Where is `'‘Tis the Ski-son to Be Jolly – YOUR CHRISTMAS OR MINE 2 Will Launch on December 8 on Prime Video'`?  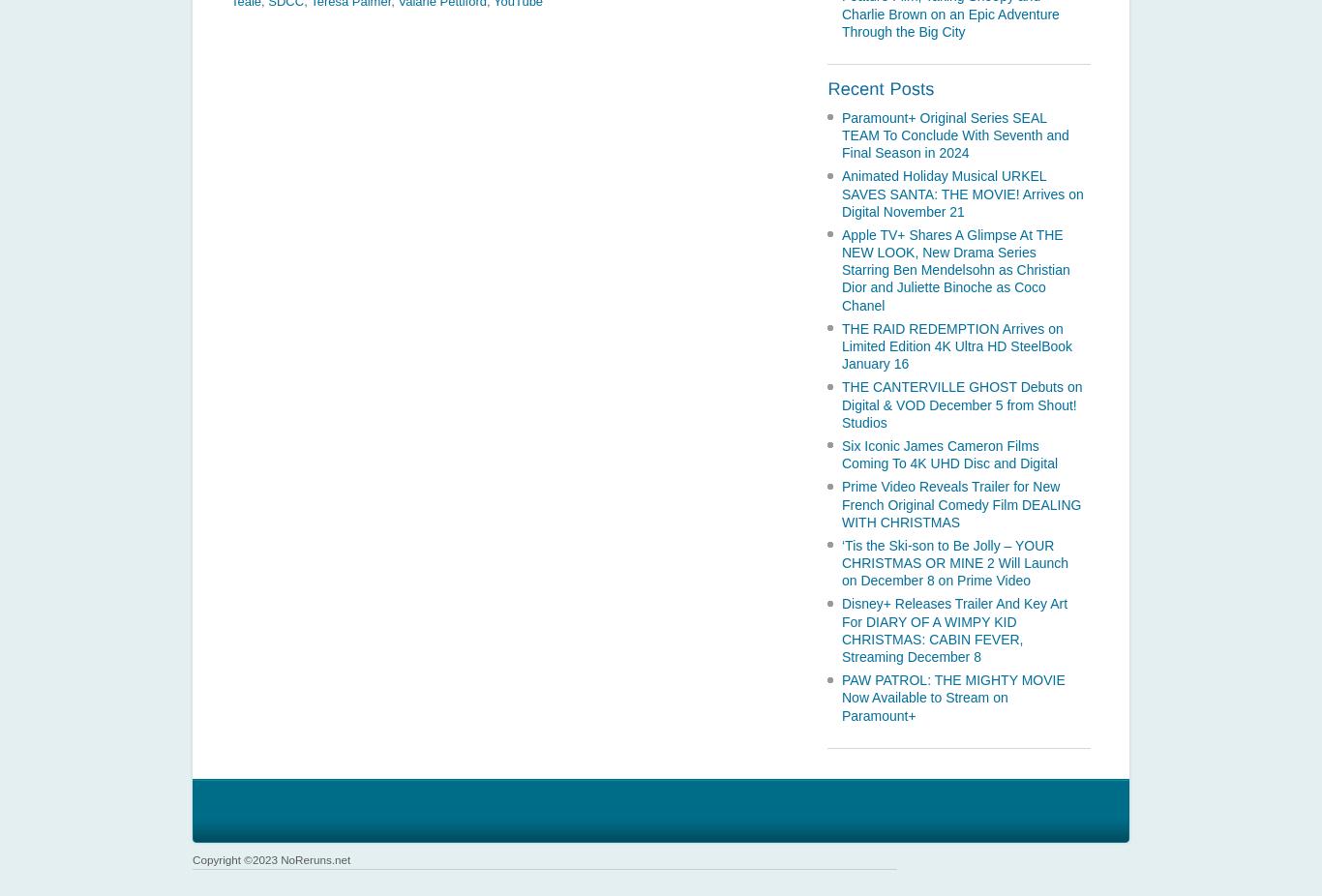
'‘Tis the Ski-son to Be Jolly – YOUR CHRISTMAS OR MINE 2 Will Launch on December 8 on Prime Video' is located at coordinates (954, 561).